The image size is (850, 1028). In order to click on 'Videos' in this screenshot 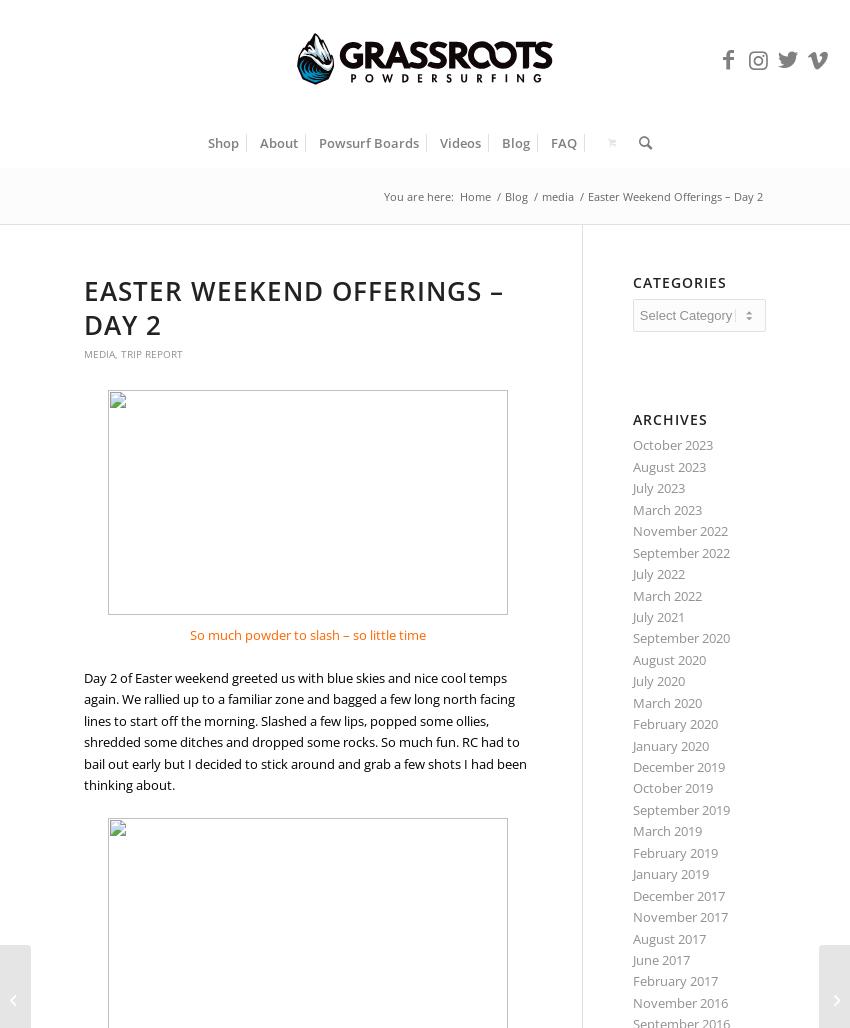, I will do `click(459, 142)`.